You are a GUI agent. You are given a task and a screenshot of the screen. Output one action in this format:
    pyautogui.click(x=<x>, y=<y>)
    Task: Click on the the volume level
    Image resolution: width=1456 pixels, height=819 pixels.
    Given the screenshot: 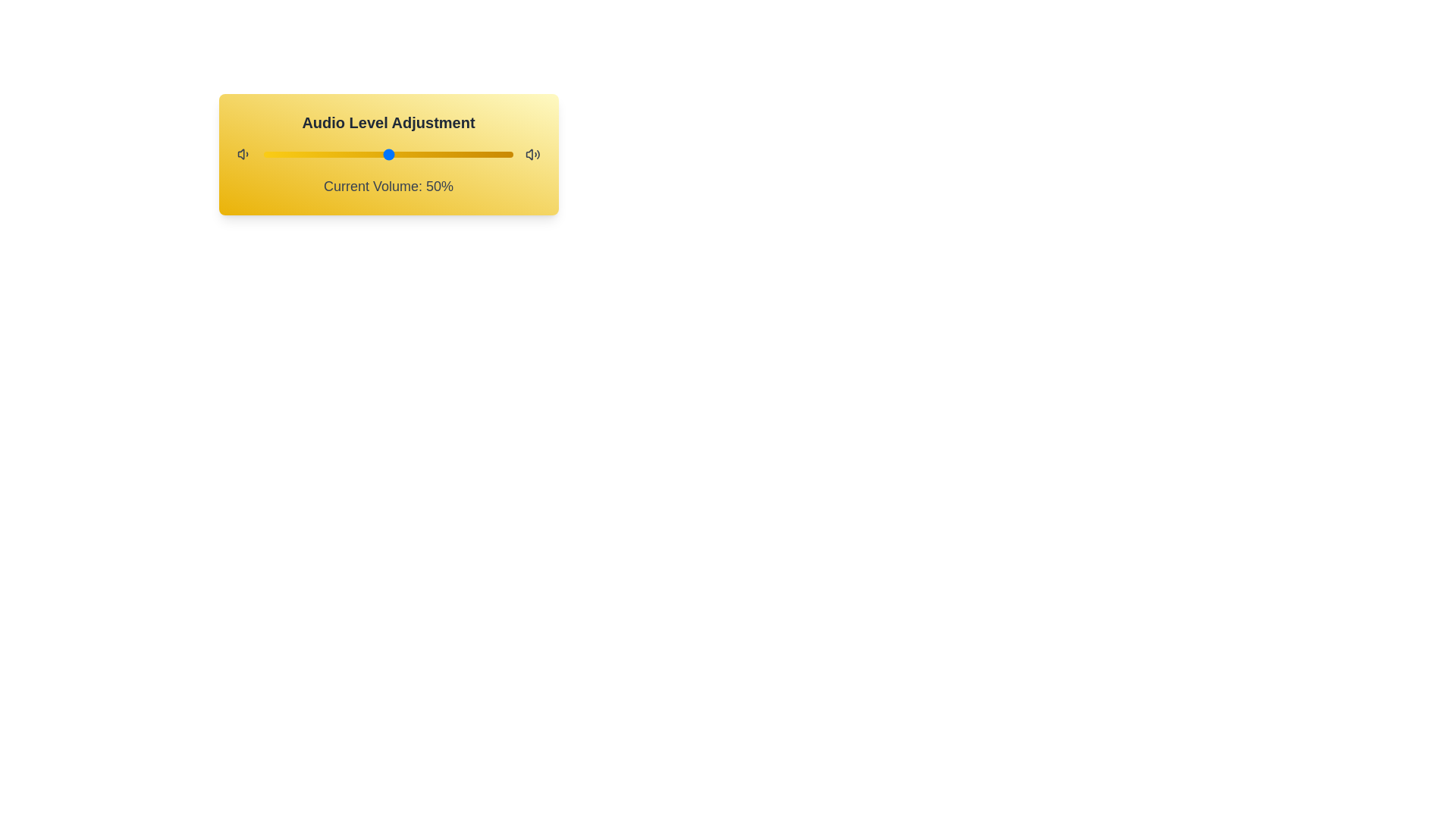 What is the action you would take?
    pyautogui.click(x=482, y=155)
    